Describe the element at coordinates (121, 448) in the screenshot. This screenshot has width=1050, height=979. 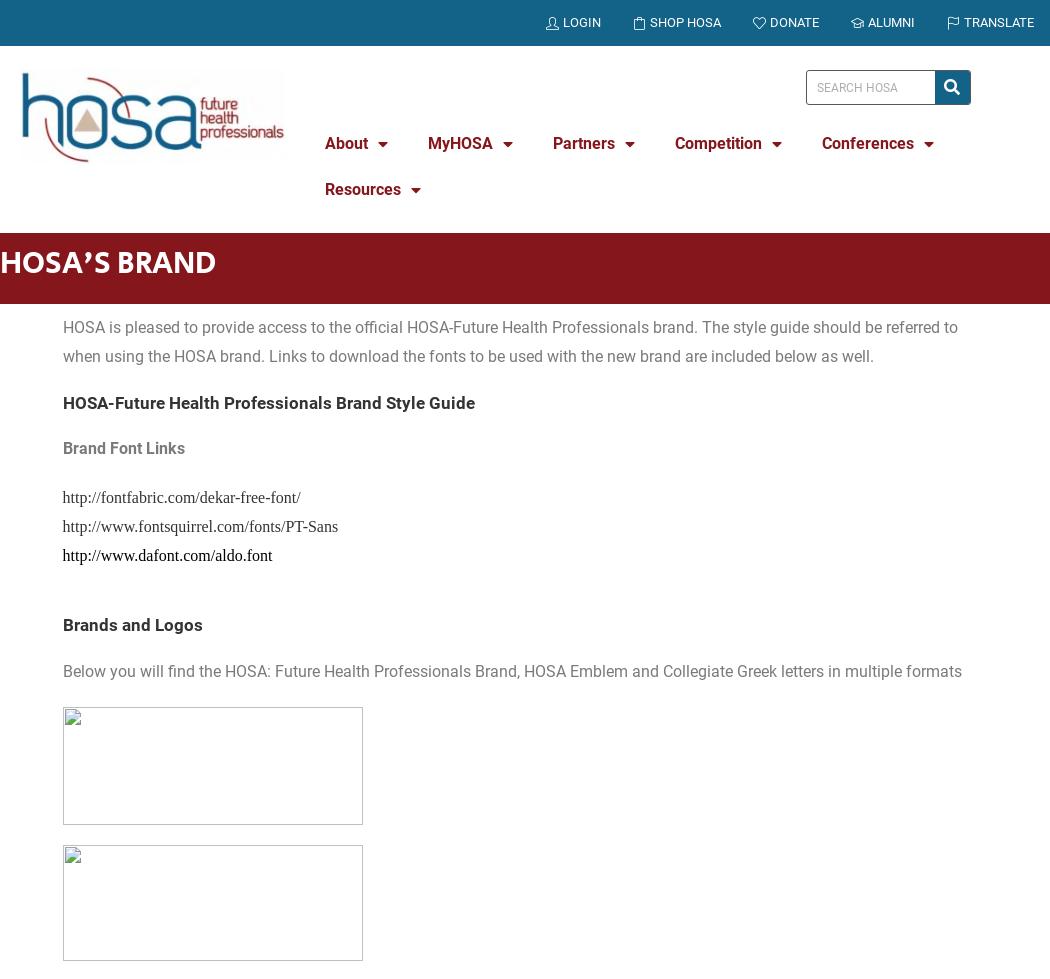
I see `'Brand Font Links'` at that location.